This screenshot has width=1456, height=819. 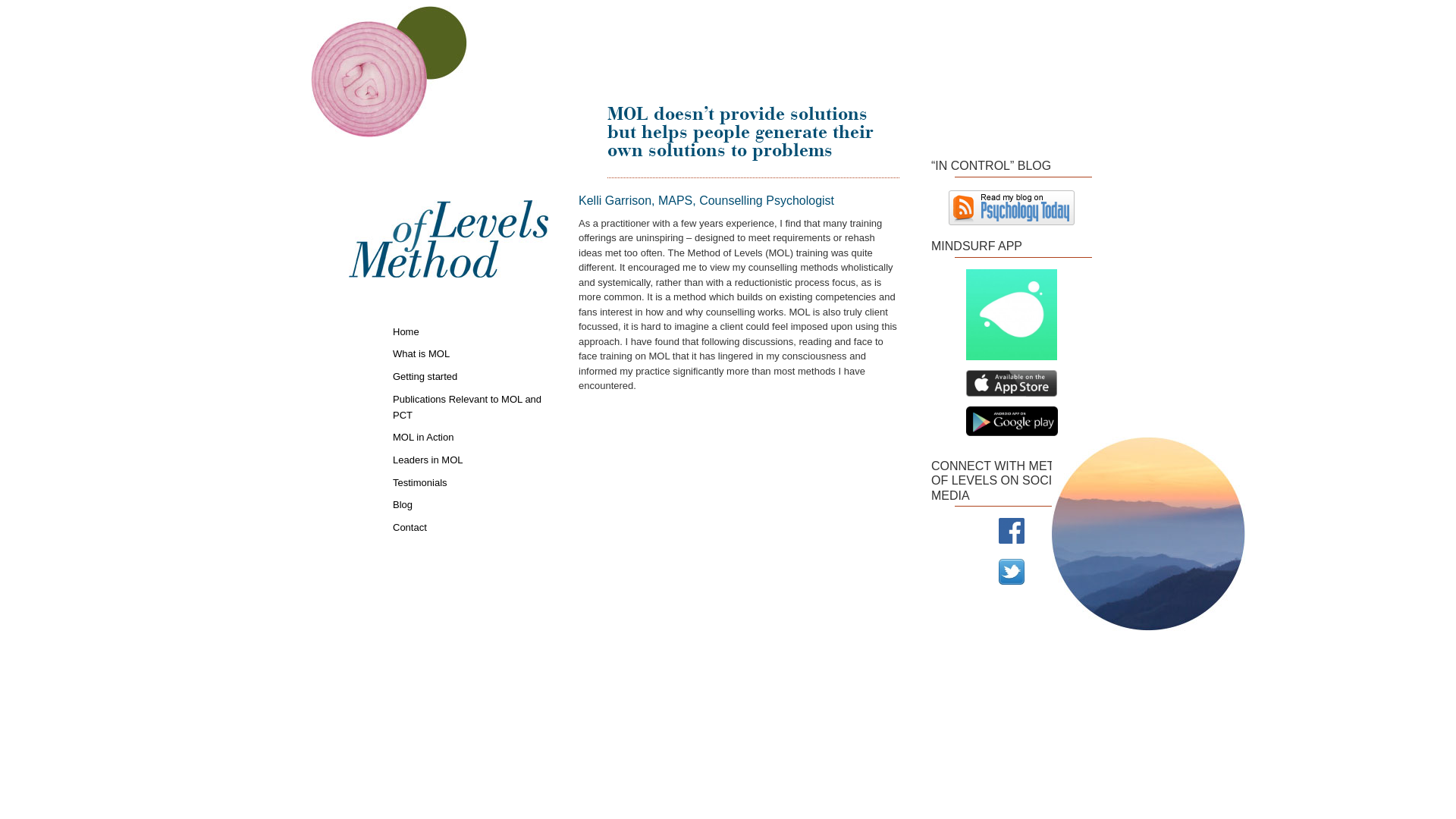 I want to click on 'Contact', so click(x=469, y=526).